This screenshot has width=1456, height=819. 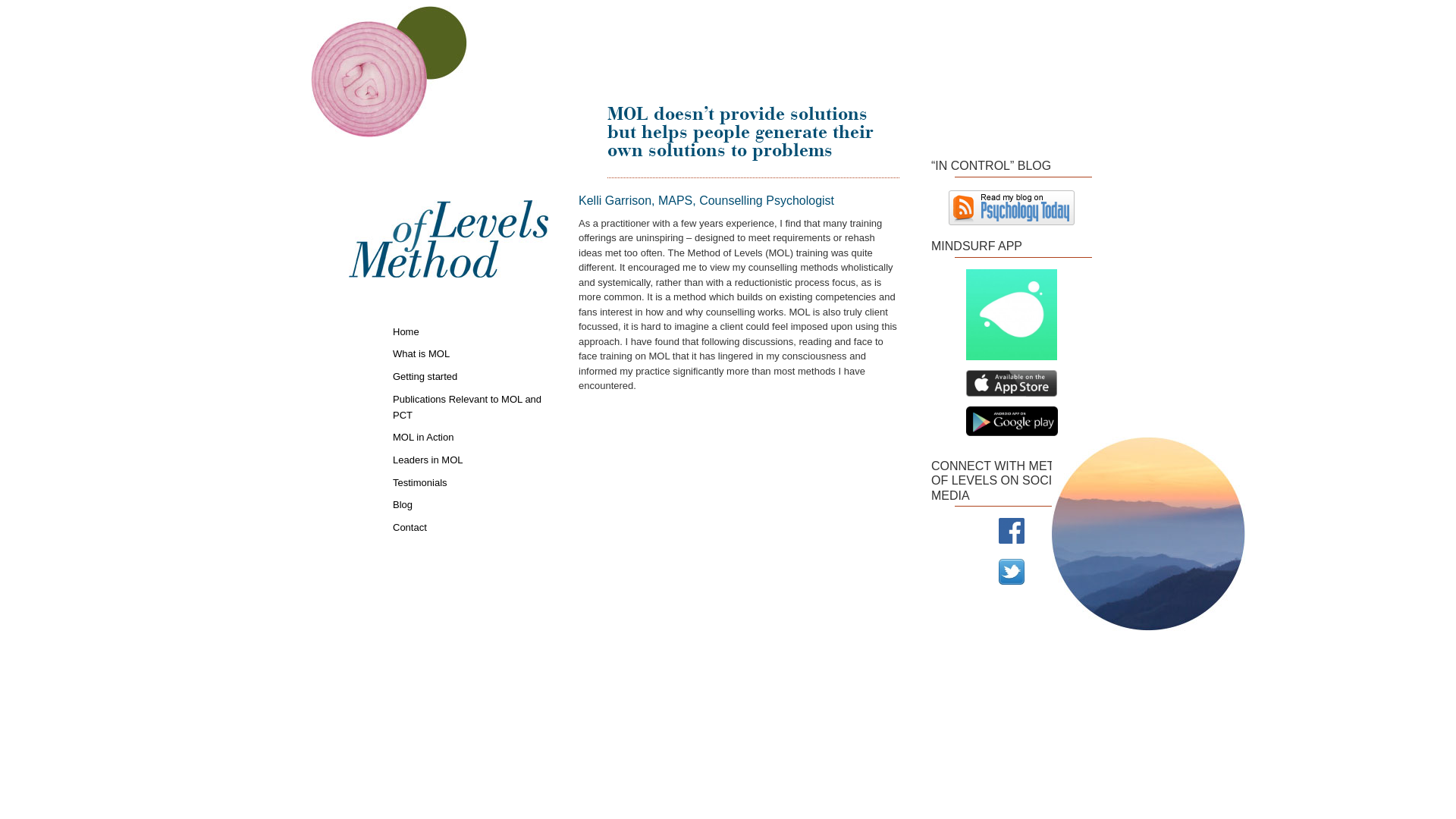 I want to click on 'Contact', so click(x=469, y=526).